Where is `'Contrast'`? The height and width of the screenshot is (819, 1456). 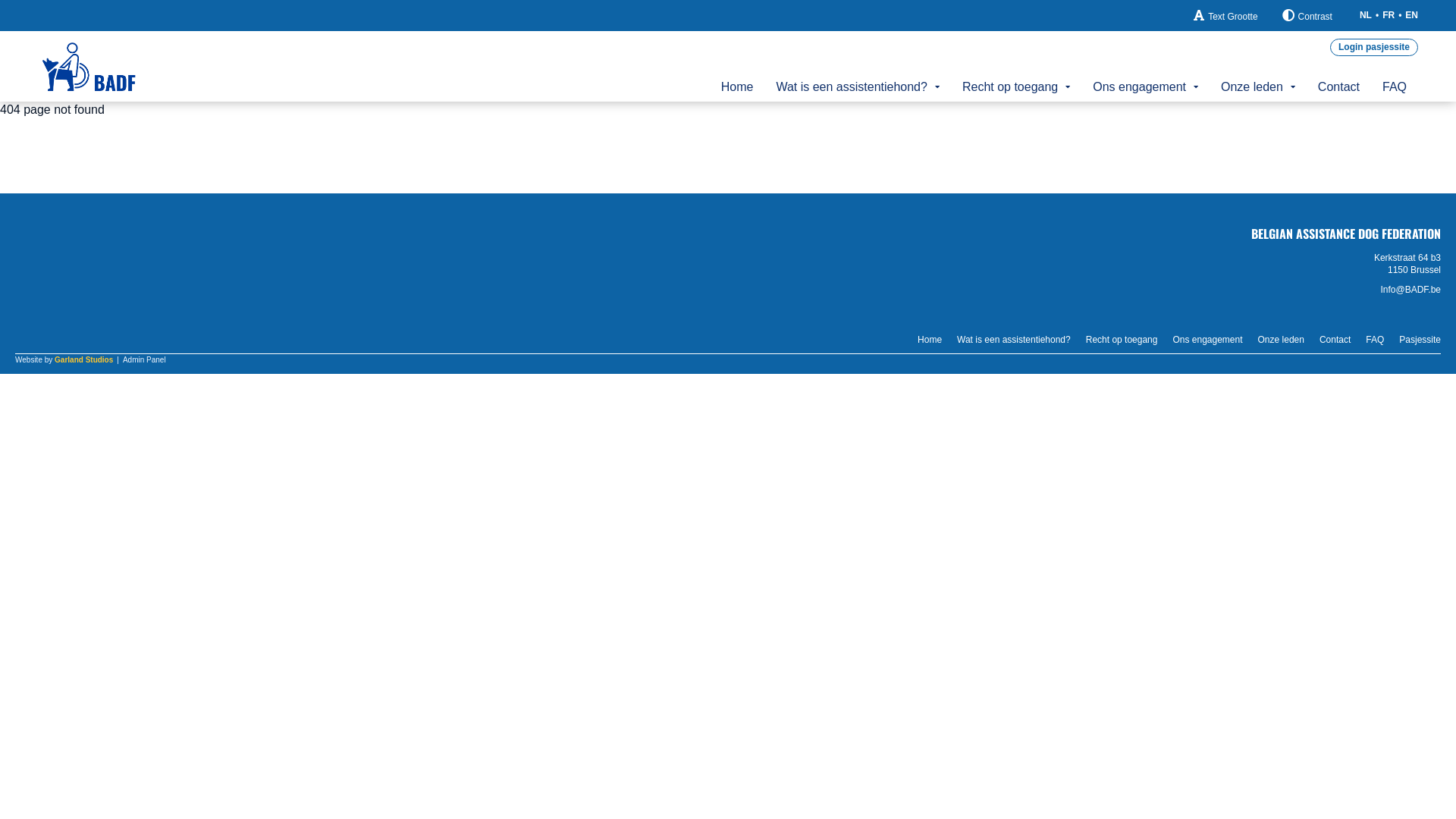
'Contrast' is located at coordinates (1306, 15).